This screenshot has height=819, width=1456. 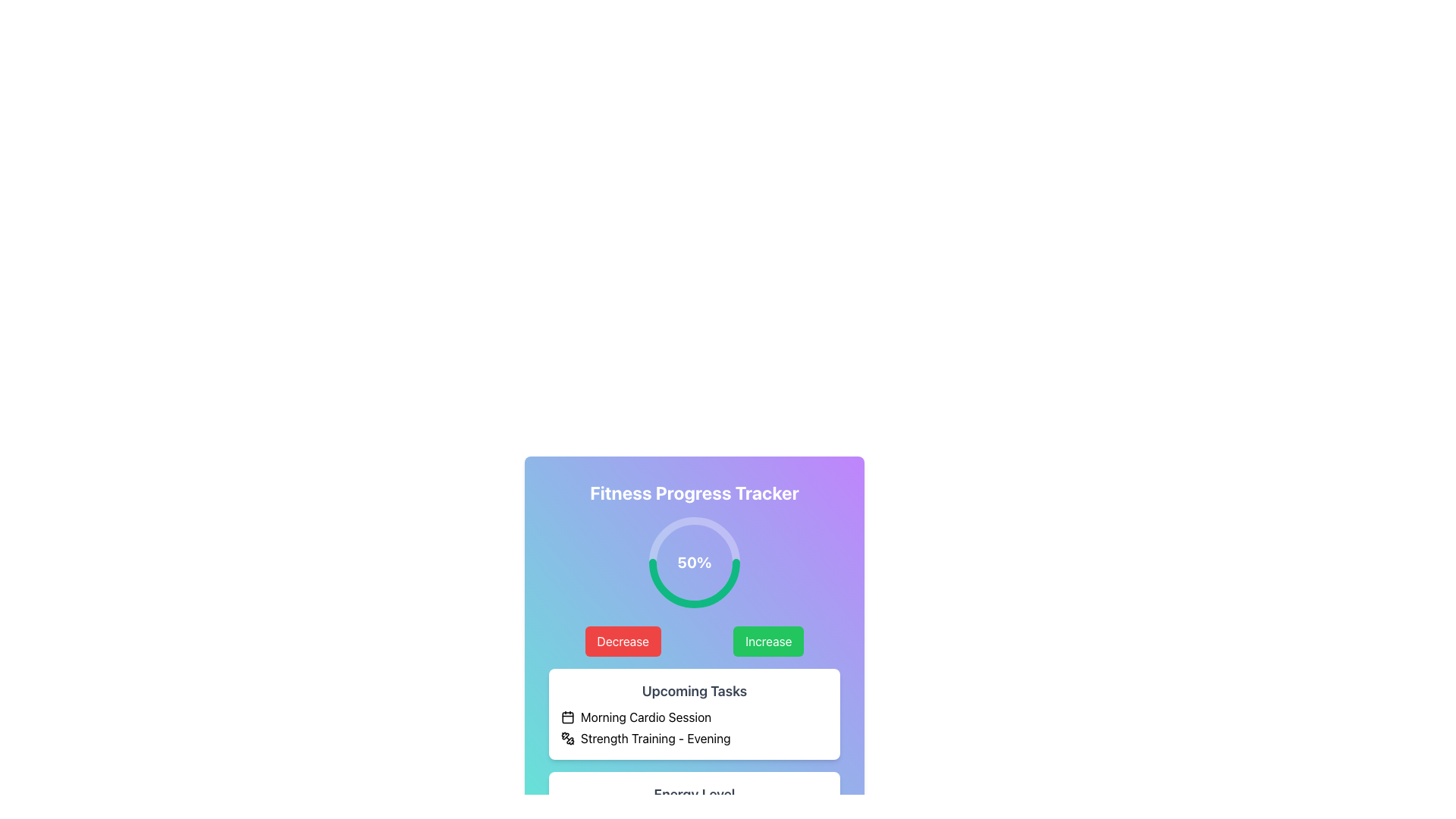 I want to click on the circular progress indicator showing 50% progress with bold white text inside, located in the Fitness Progress Tracker card component, so click(x=694, y=562).